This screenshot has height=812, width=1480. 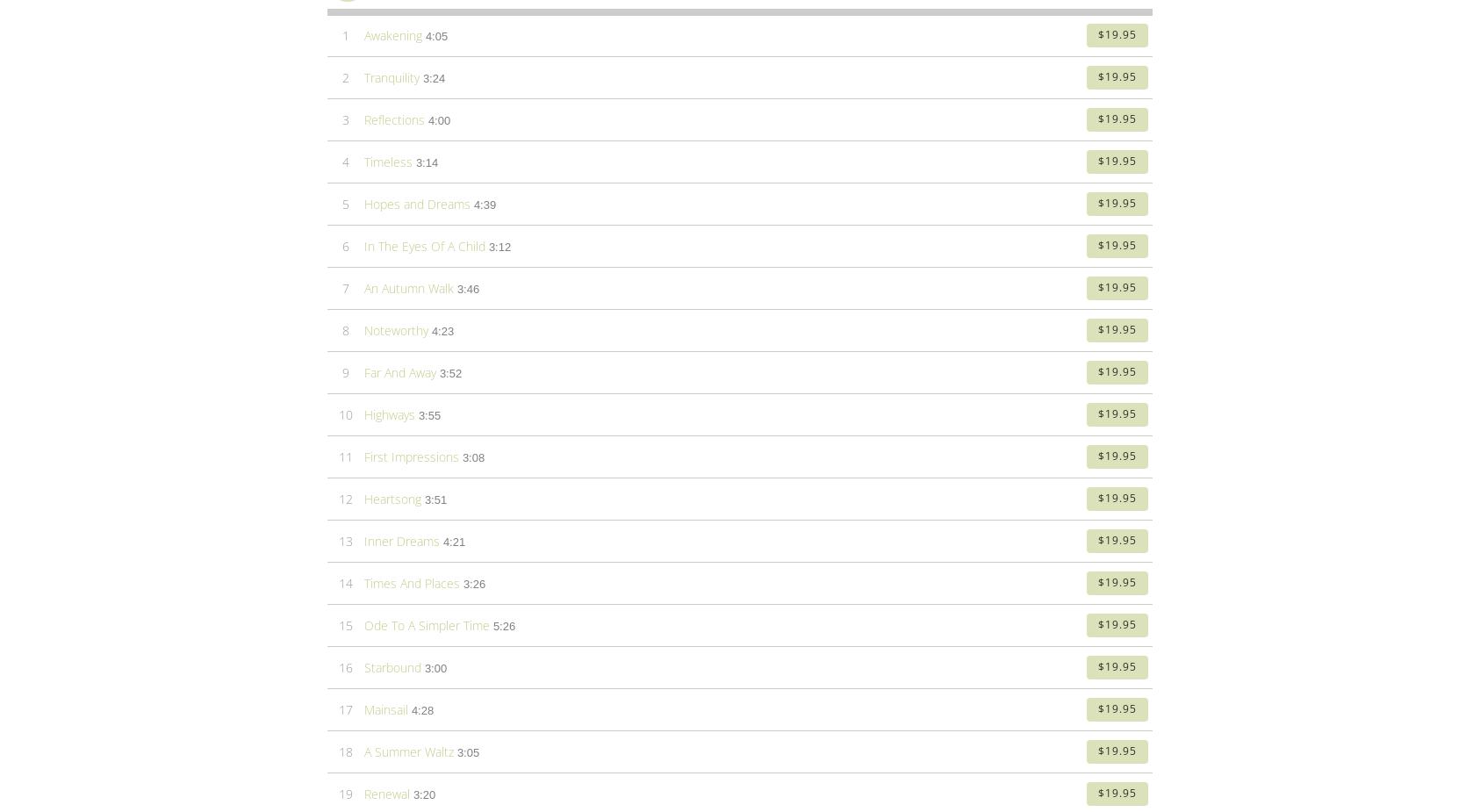 What do you see at coordinates (363, 208) in the screenshot?
I see `'Sea Of Stars'` at bounding box center [363, 208].